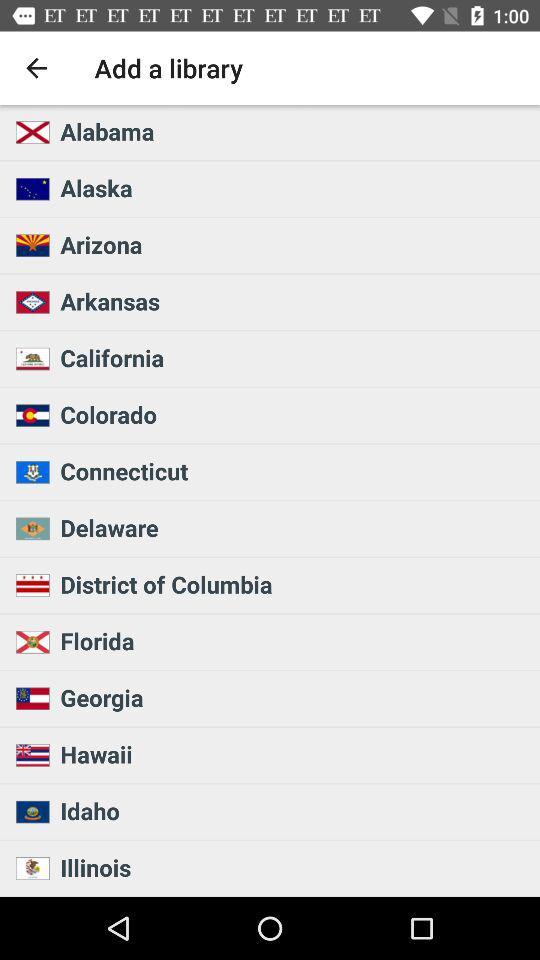 The width and height of the screenshot is (540, 960). Describe the element at coordinates (293, 188) in the screenshot. I see `alaska icon` at that location.